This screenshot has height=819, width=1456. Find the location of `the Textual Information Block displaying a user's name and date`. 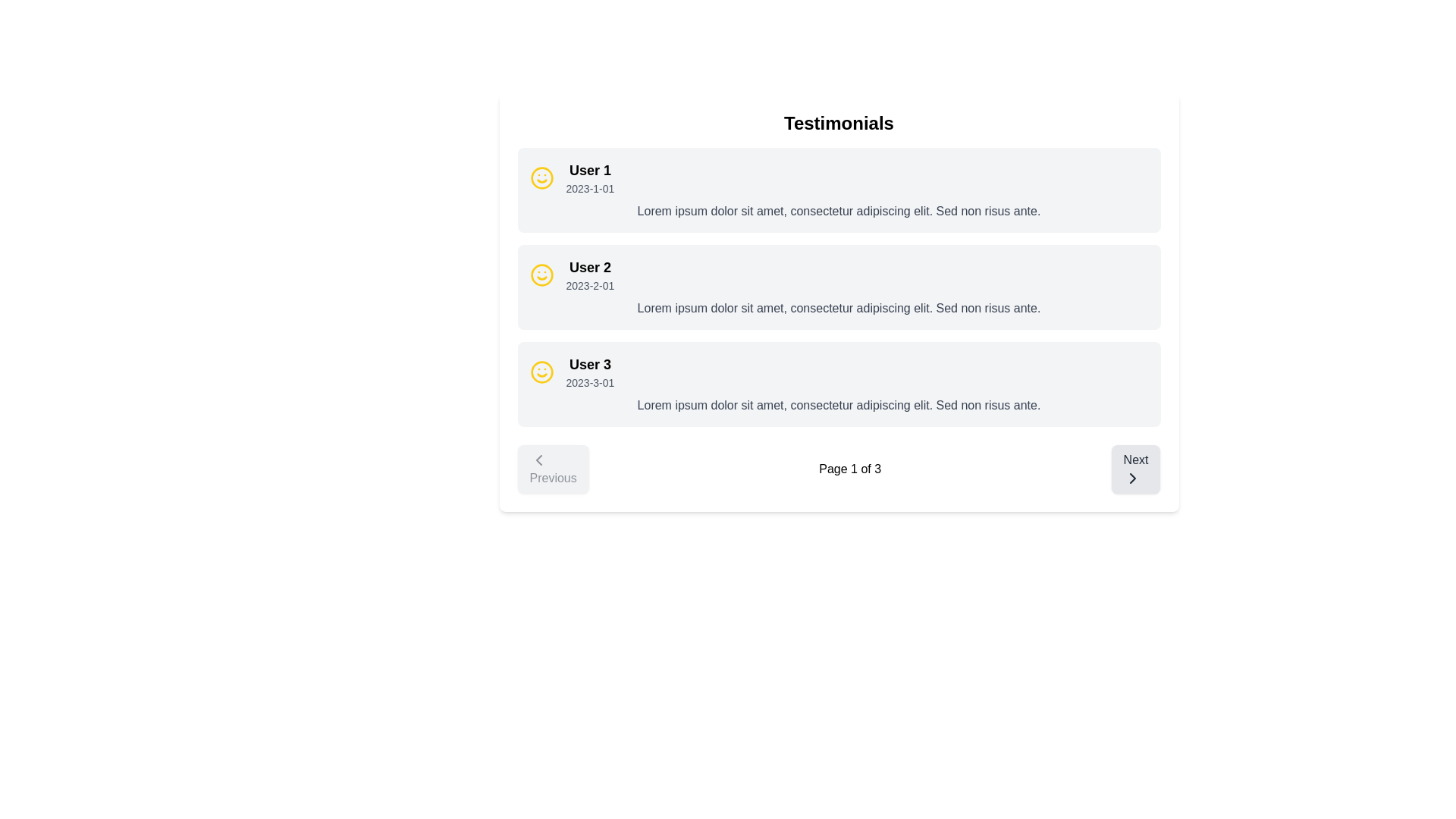

the Textual Information Block displaying a user's name and date is located at coordinates (589, 372).